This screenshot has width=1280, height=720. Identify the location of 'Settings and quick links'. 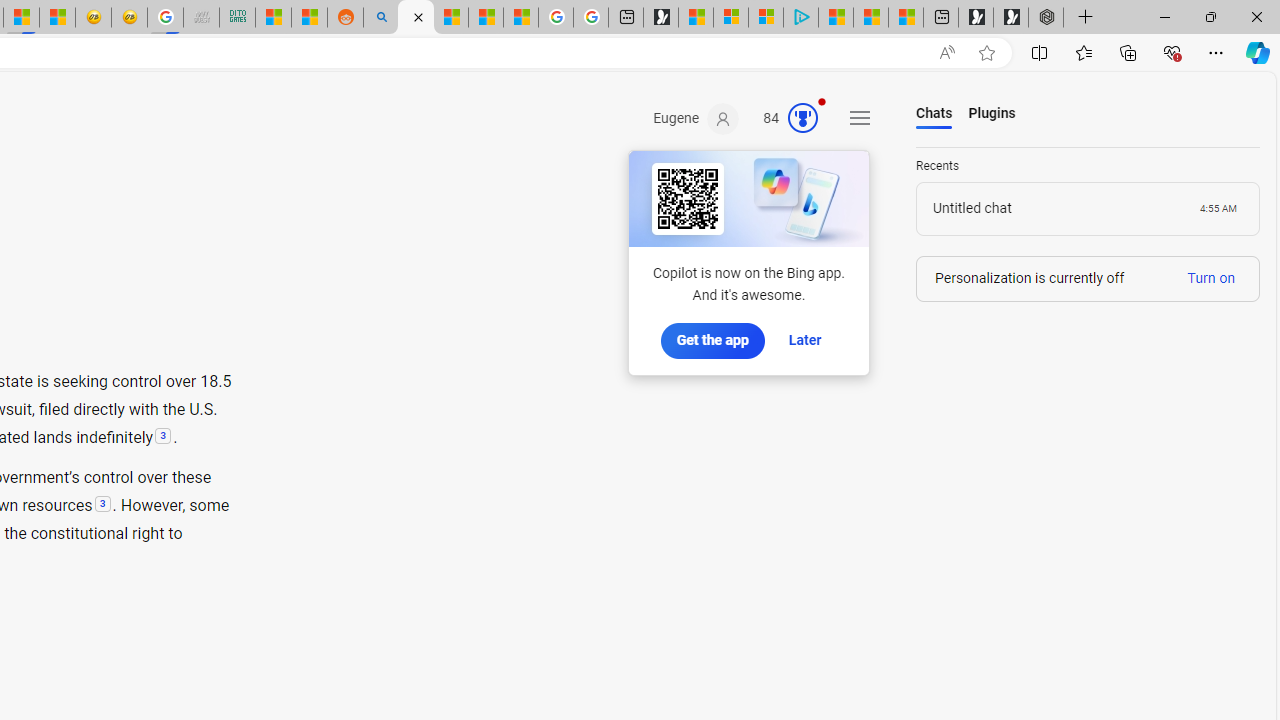
(860, 118).